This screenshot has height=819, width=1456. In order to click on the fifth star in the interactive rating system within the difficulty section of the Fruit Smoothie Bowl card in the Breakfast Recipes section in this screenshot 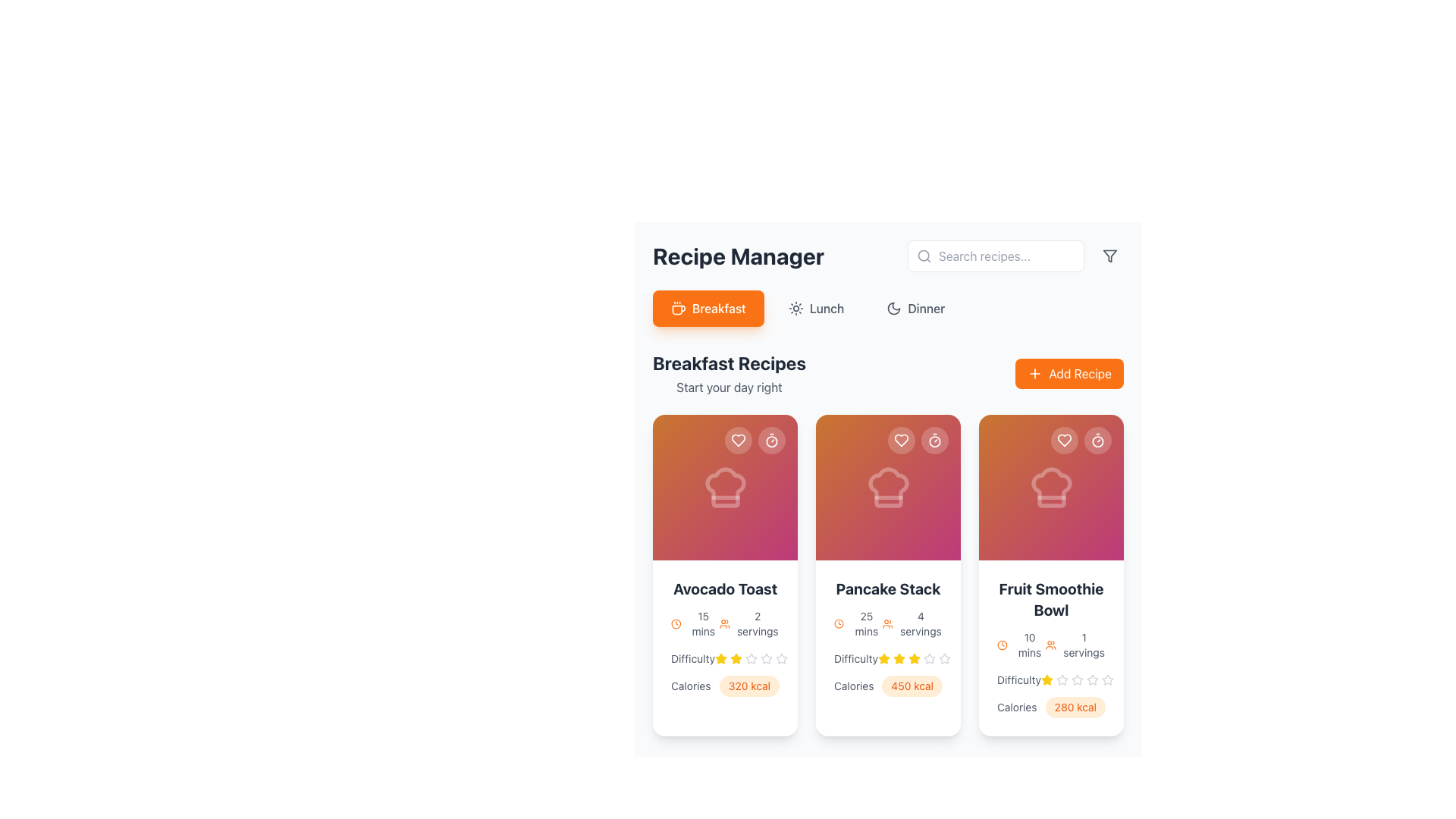, I will do `click(1107, 679)`.